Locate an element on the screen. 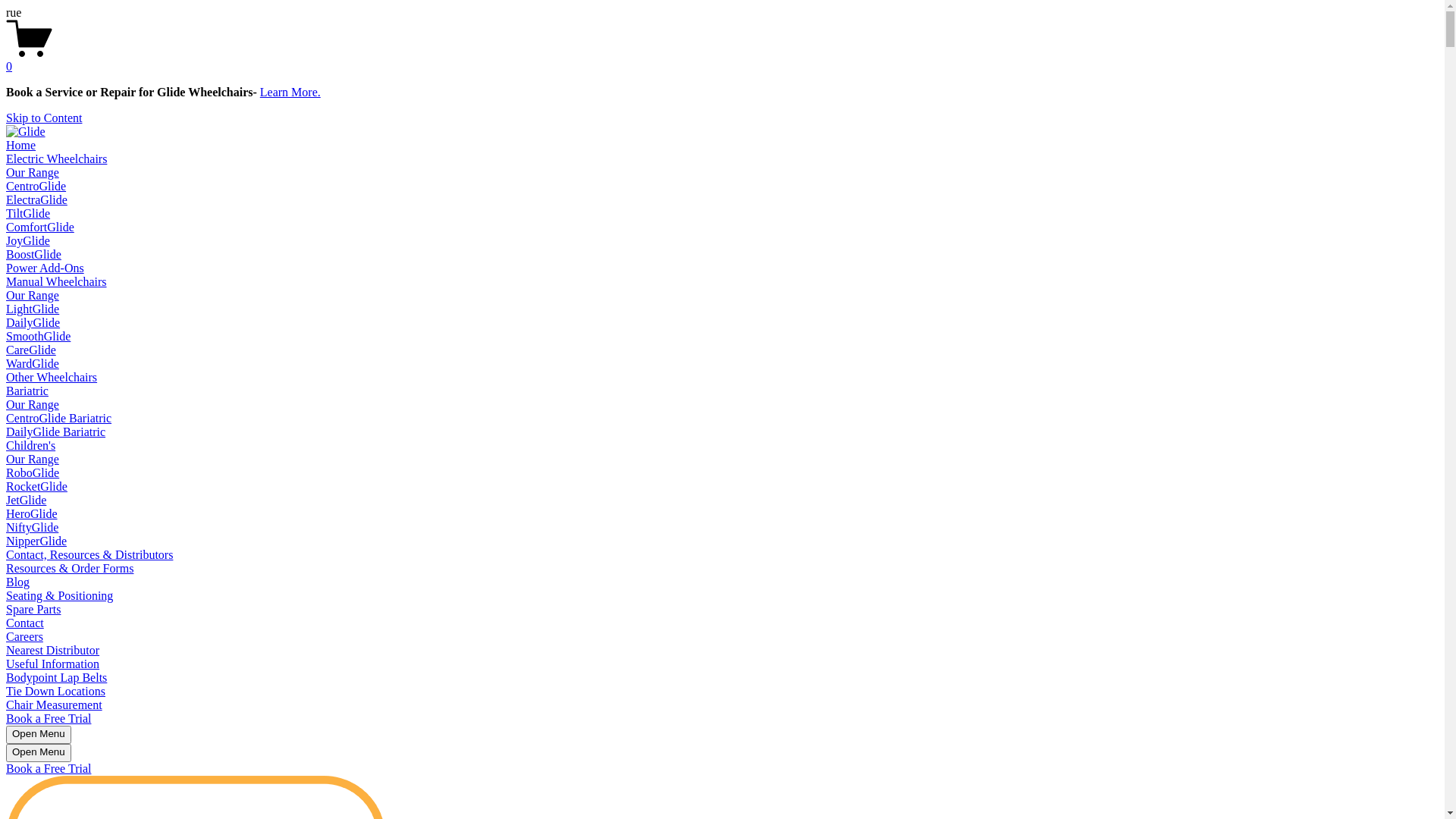  'RoboGlide' is located at coordinates (6, 472).